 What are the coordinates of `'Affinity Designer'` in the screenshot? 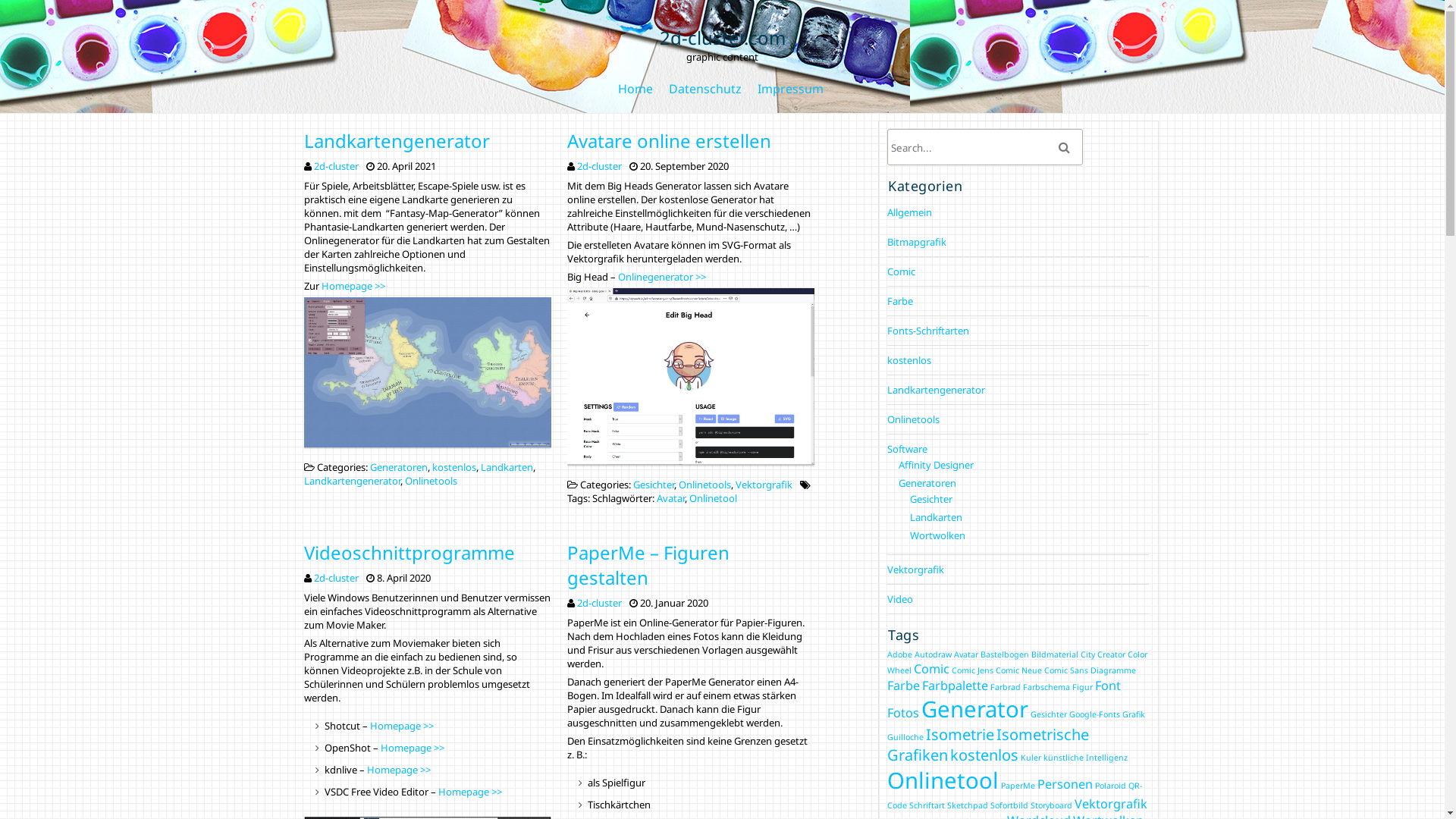 It's located at (935, 464).